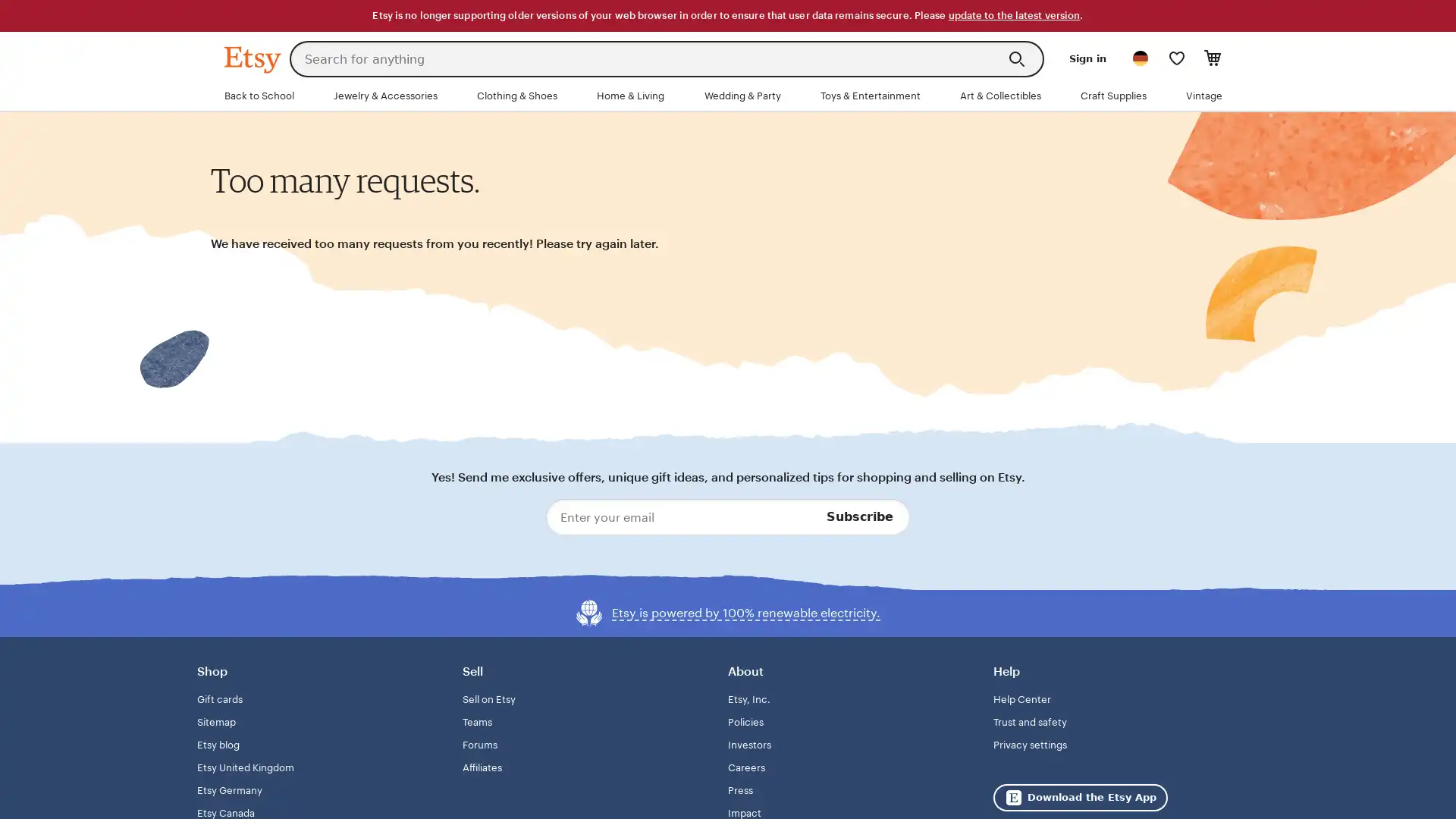 The width and height of the screenshot is (1456, 819). I want to click on Subscribe, so click(862, 516).